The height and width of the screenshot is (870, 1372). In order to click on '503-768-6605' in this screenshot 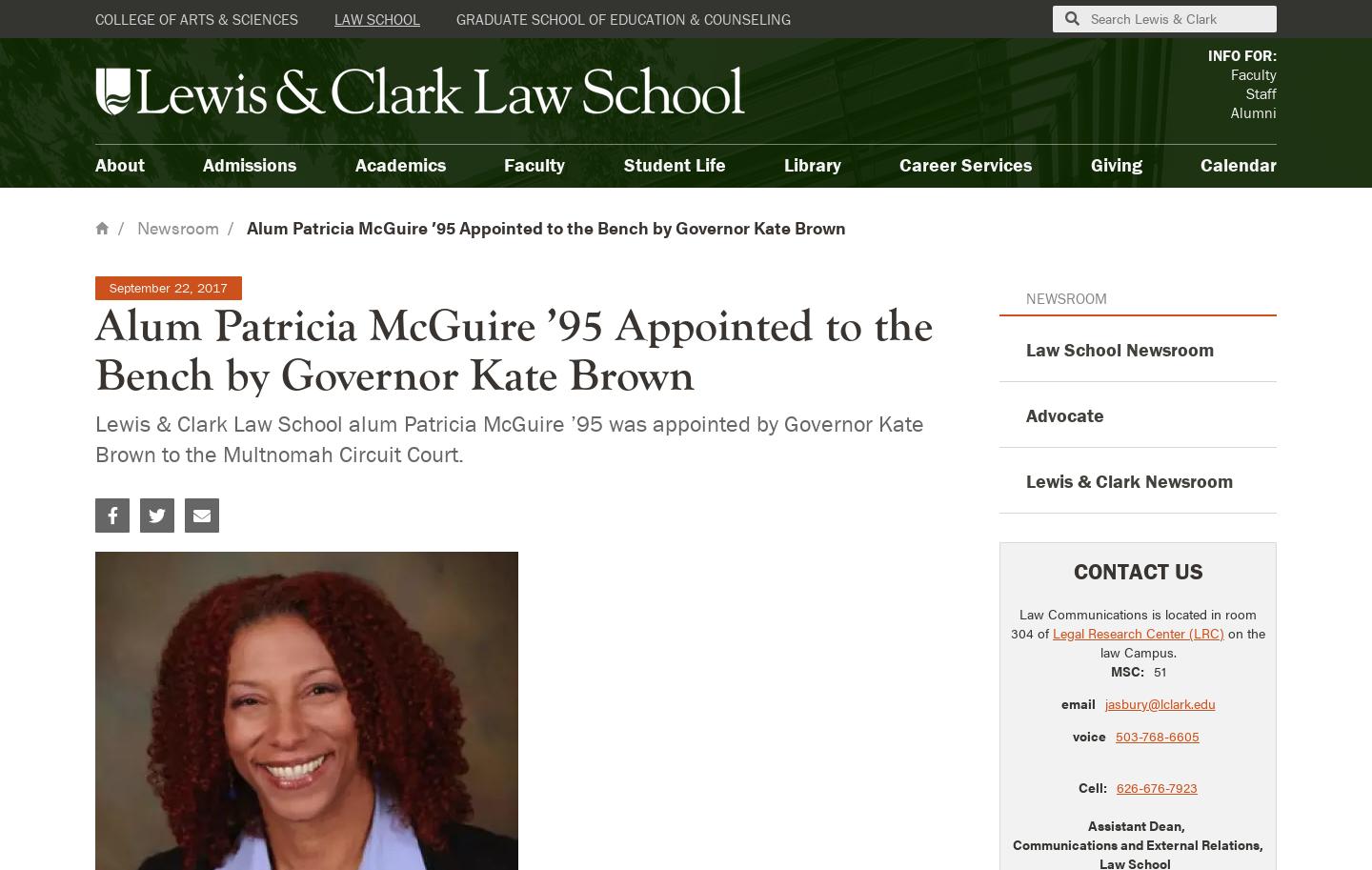, I will do `click(1157, 735)`.